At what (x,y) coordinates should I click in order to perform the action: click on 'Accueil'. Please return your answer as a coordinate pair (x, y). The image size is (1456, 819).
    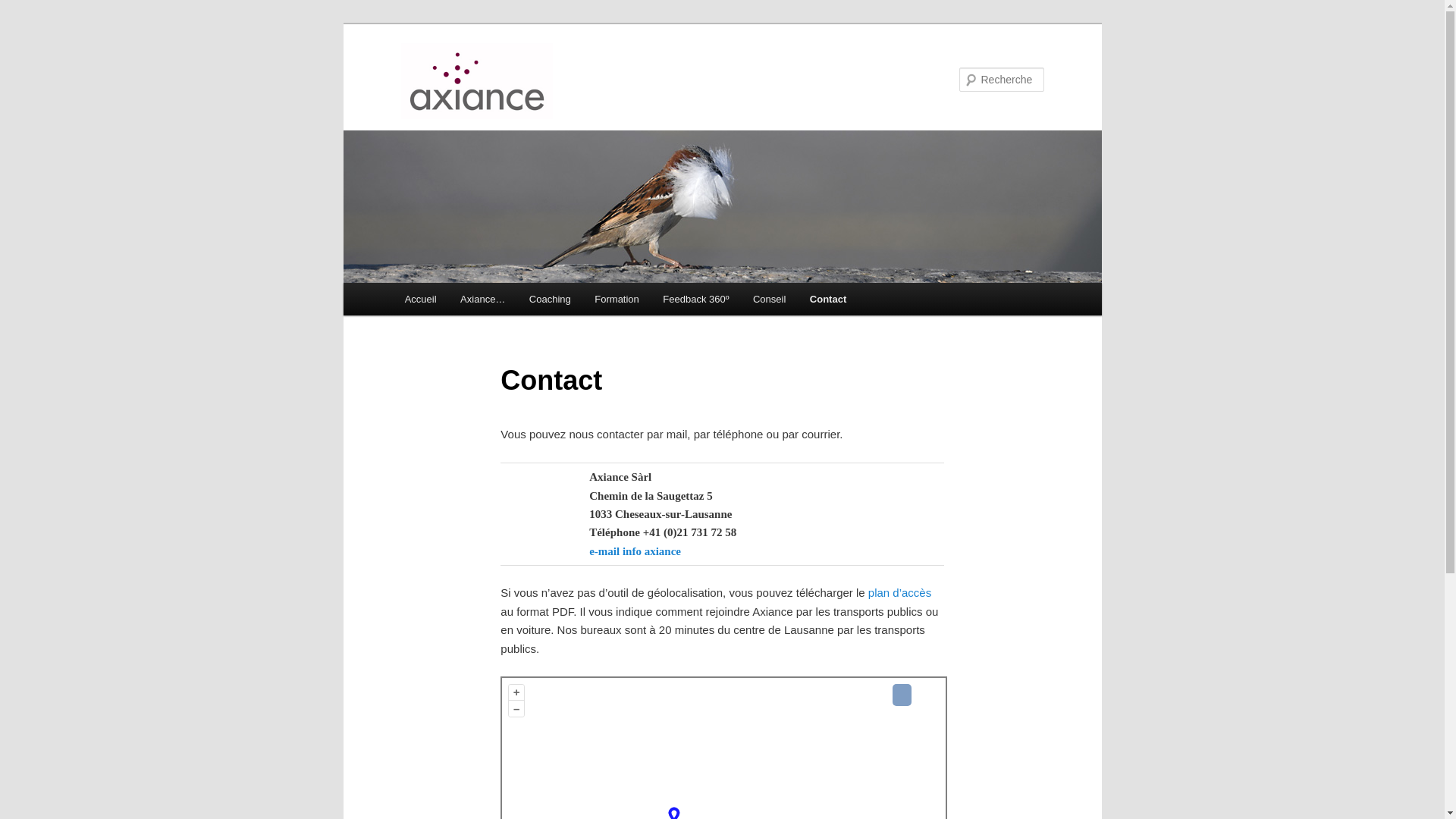
    Looking at the image, I should click on (420, 299).